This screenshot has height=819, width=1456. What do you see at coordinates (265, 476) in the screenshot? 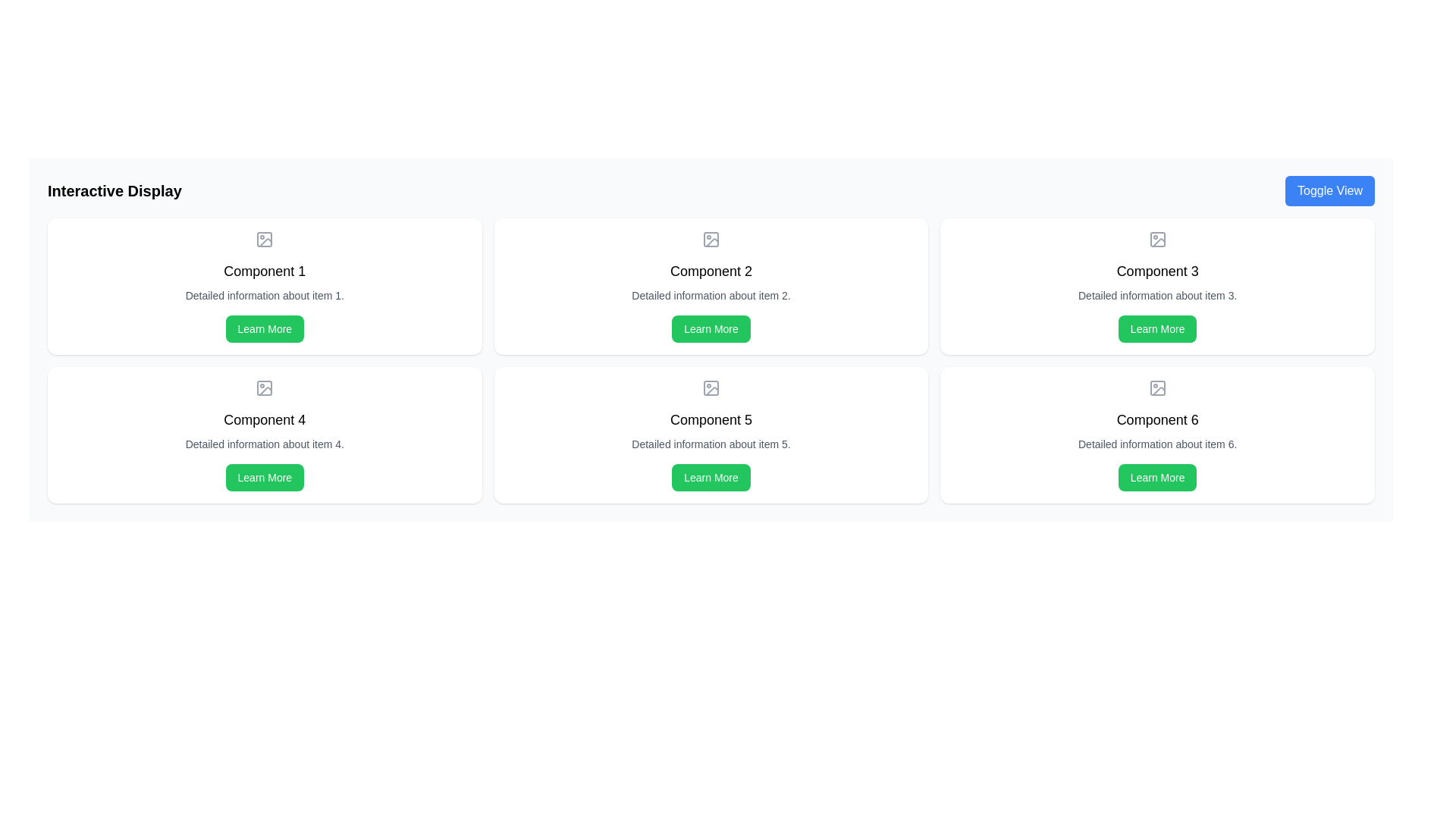
I see `the 'Learn More' button with a green background and white text, located beneath the 'Component 4' card in the grid layout` at bounding box center [265, 476].